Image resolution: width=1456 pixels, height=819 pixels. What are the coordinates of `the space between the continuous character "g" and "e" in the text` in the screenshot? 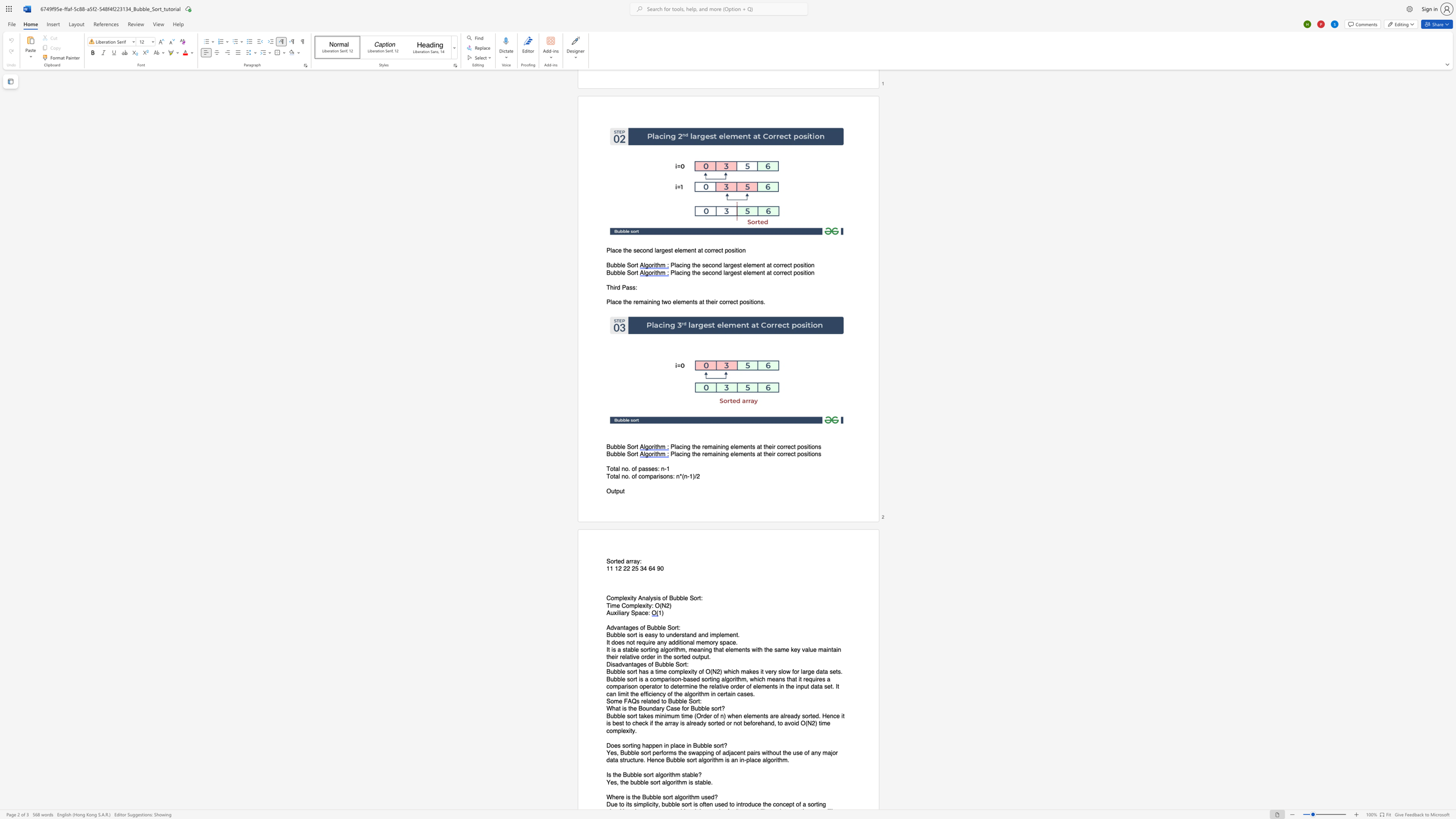 It's located at (640, 664).